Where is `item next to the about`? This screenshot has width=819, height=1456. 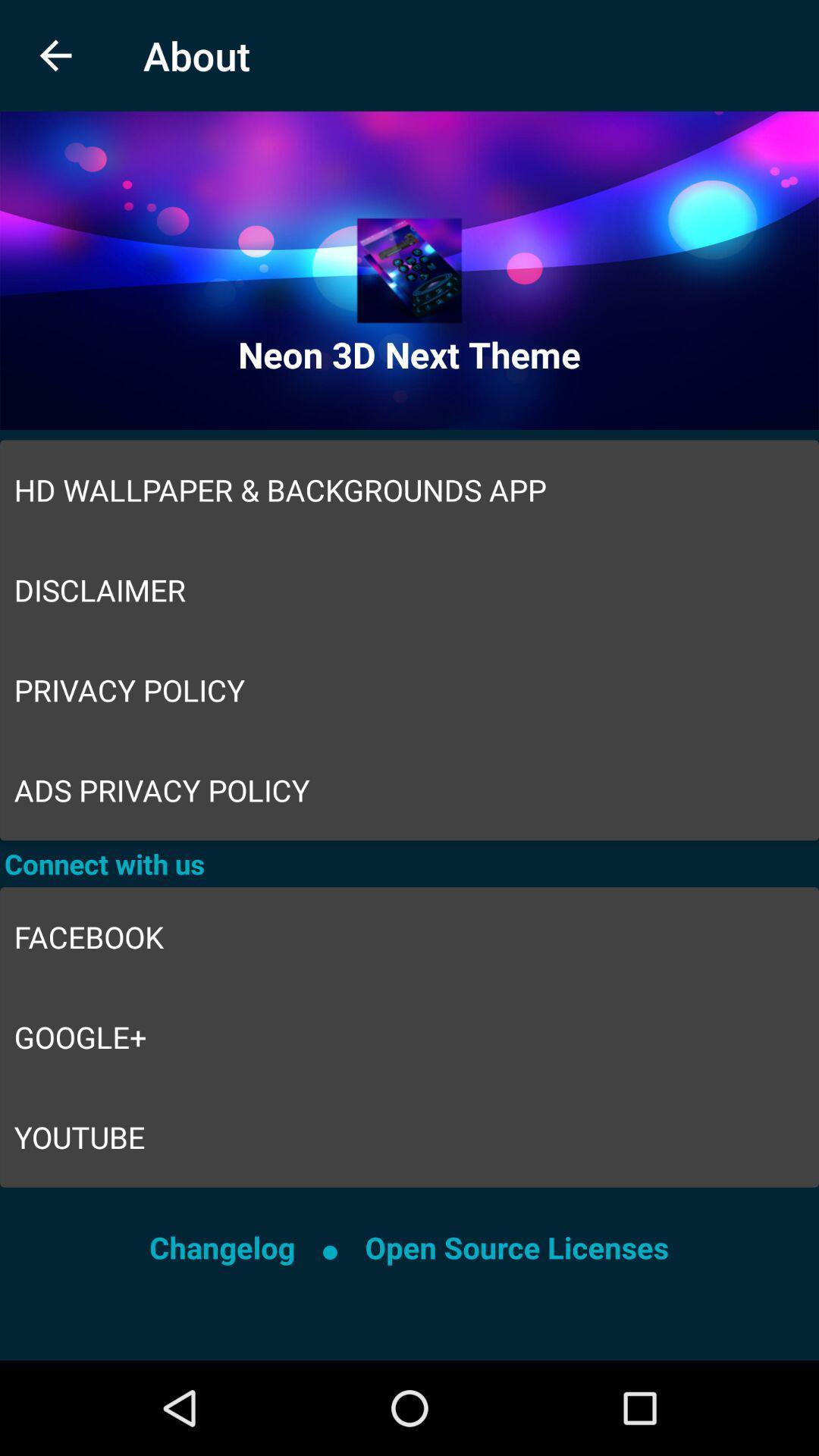 item next to the about is located at coordinates (55, 55).